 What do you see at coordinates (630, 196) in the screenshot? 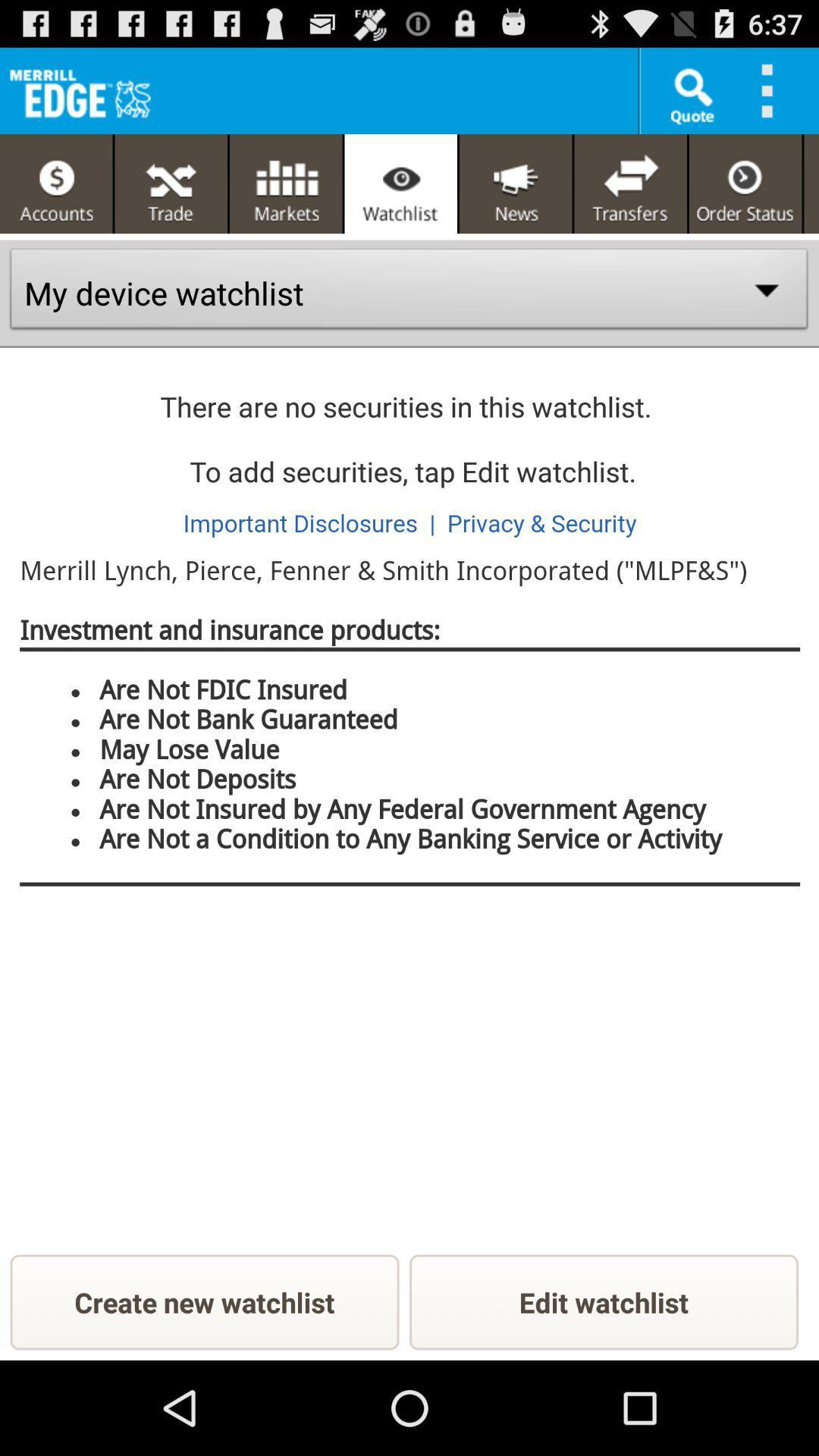
I see `the compare icon` at bounding box center [630, 196].